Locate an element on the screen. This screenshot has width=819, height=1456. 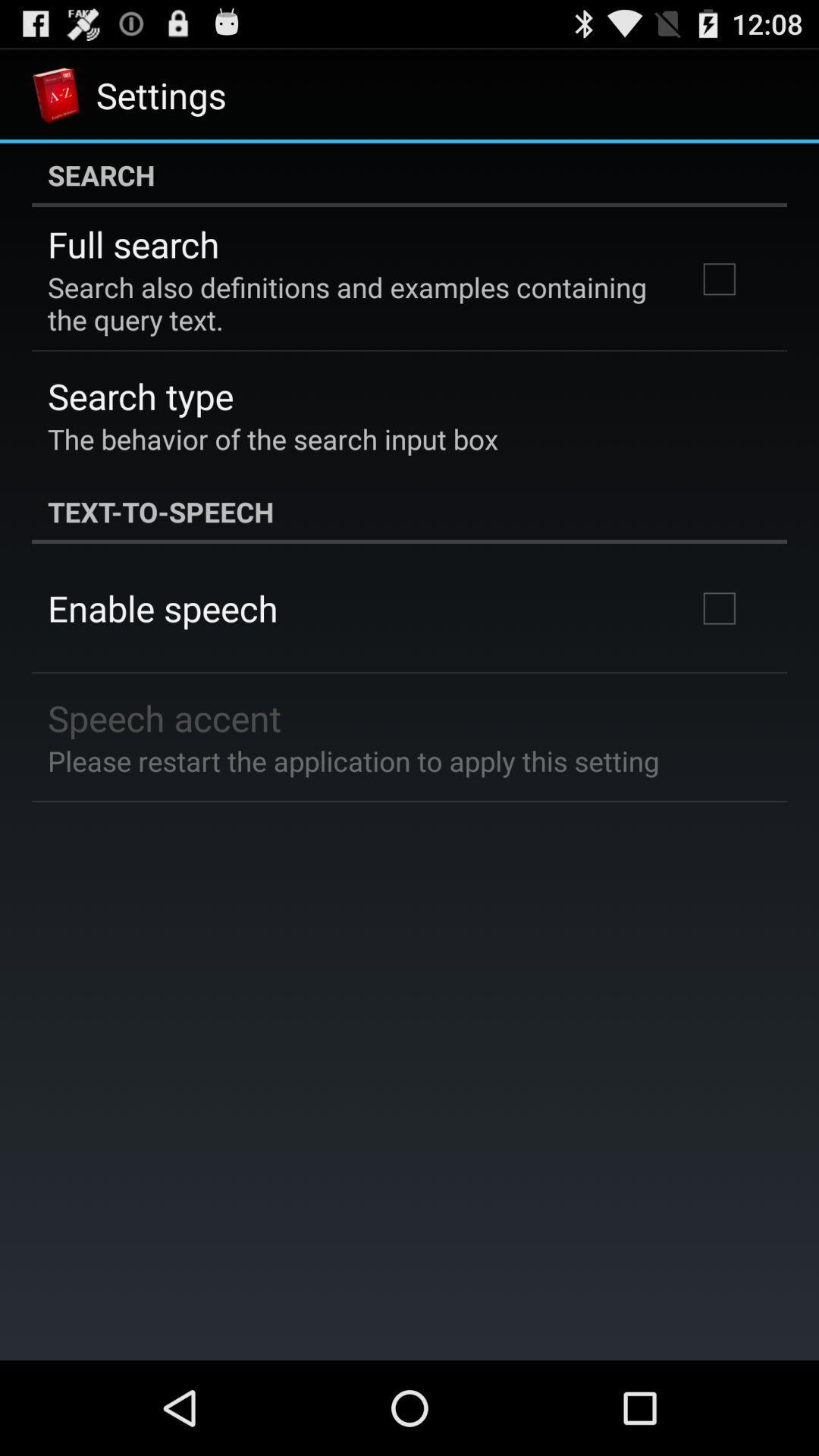
icon below search app is located at coordinates (133, 244).